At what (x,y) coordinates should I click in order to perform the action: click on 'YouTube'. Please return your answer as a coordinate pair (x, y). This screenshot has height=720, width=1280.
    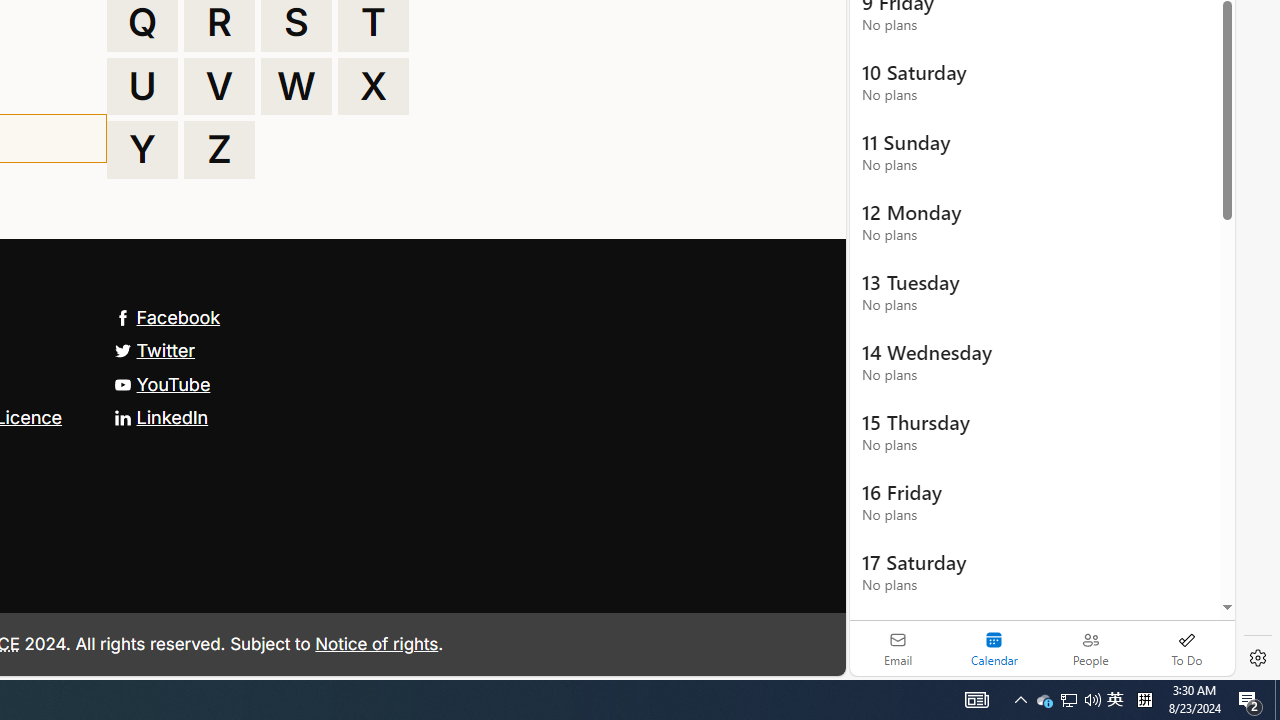
    Looking at the image, I should click on (162, 384).